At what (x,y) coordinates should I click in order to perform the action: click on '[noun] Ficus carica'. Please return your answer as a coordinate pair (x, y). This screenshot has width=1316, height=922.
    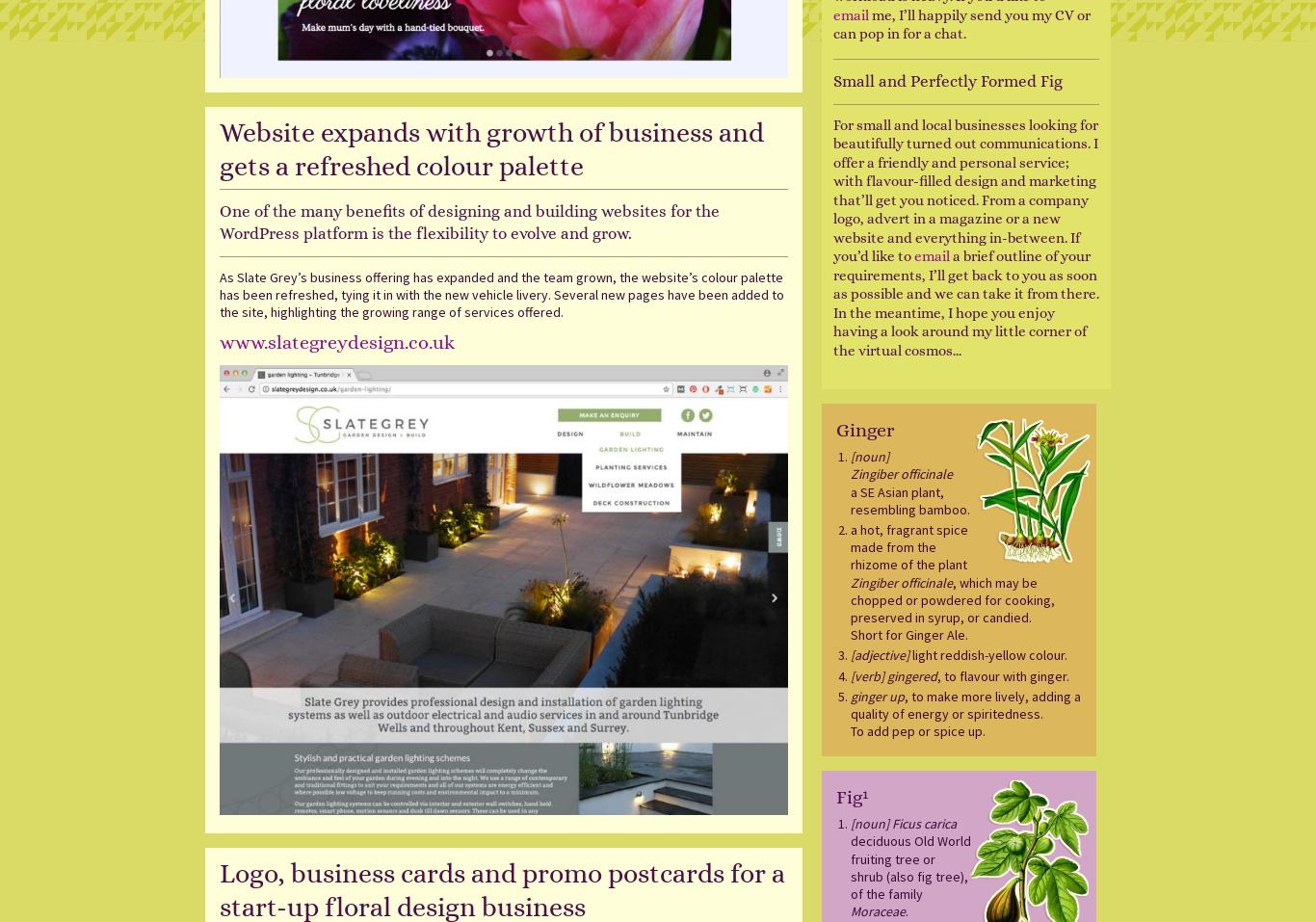
    Looking at the image, I should click on (902, 822).